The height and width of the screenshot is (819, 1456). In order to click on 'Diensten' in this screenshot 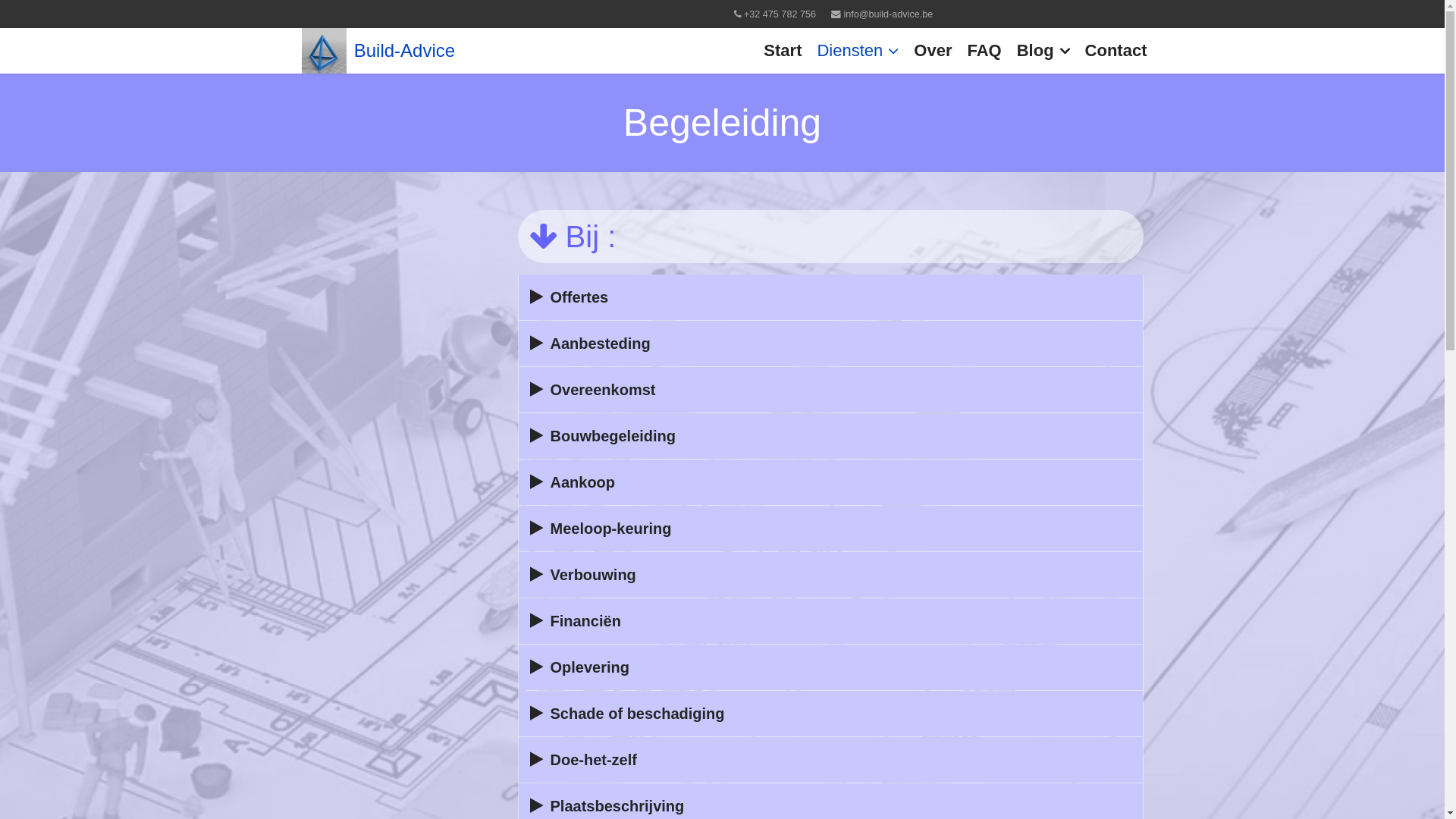, I will do `click(858, 49)`.